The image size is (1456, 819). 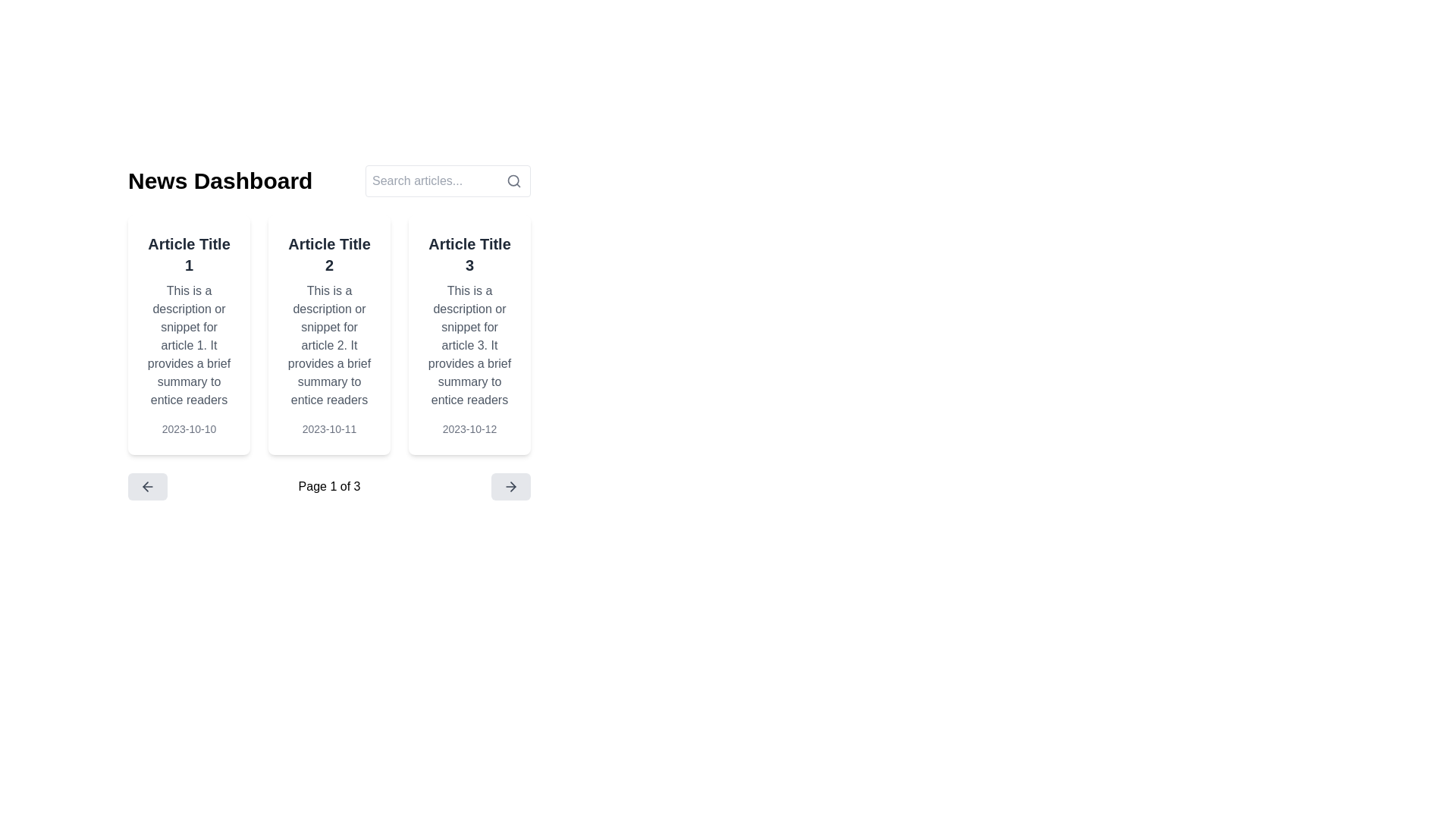 I want to click on the search input field or the magnifying glass icon located in the top-right section of the 'News Dashboard' interface, so click(x=447, y=180).